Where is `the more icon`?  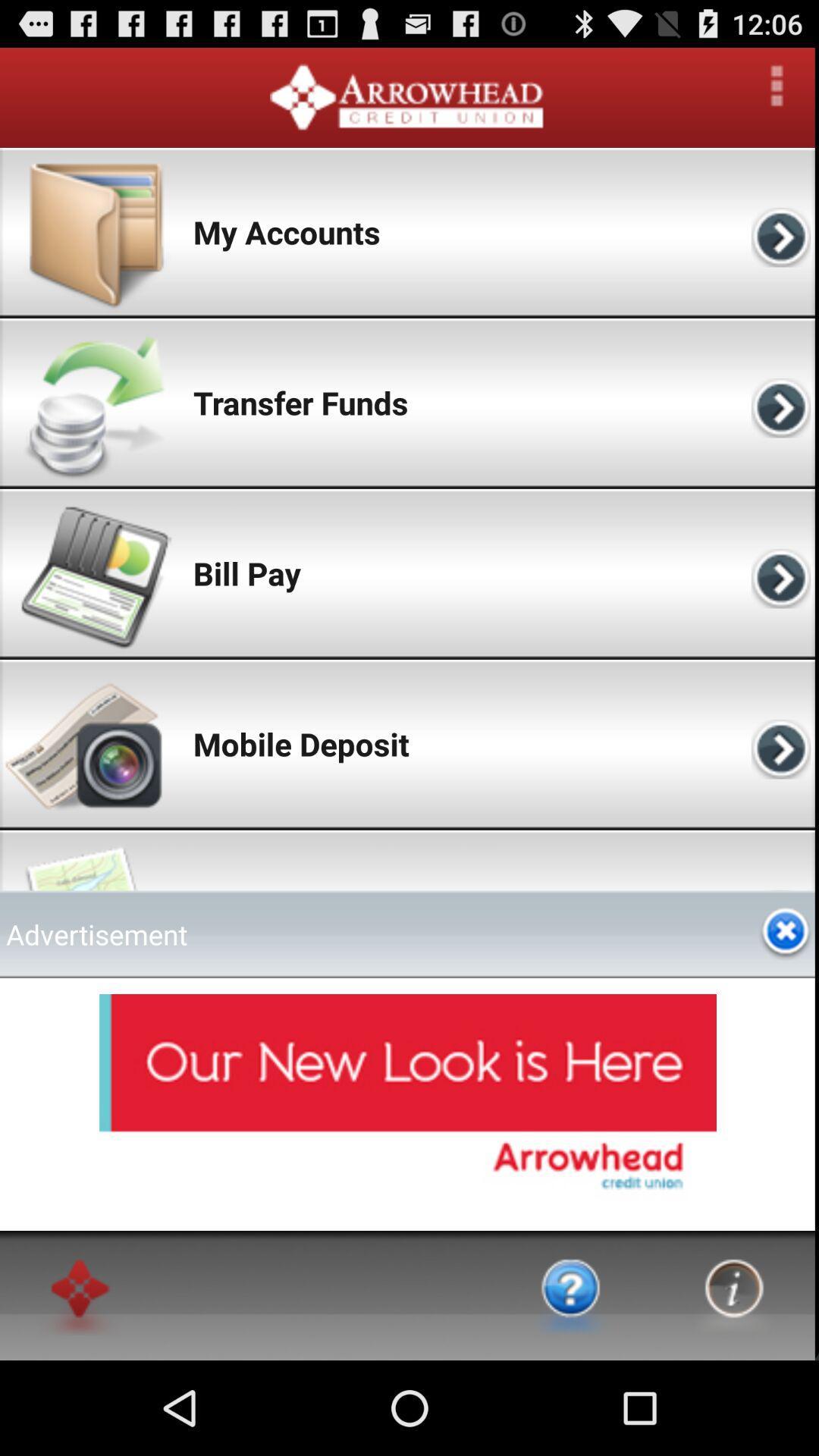 the more icon is located at coordinates (777, 91).